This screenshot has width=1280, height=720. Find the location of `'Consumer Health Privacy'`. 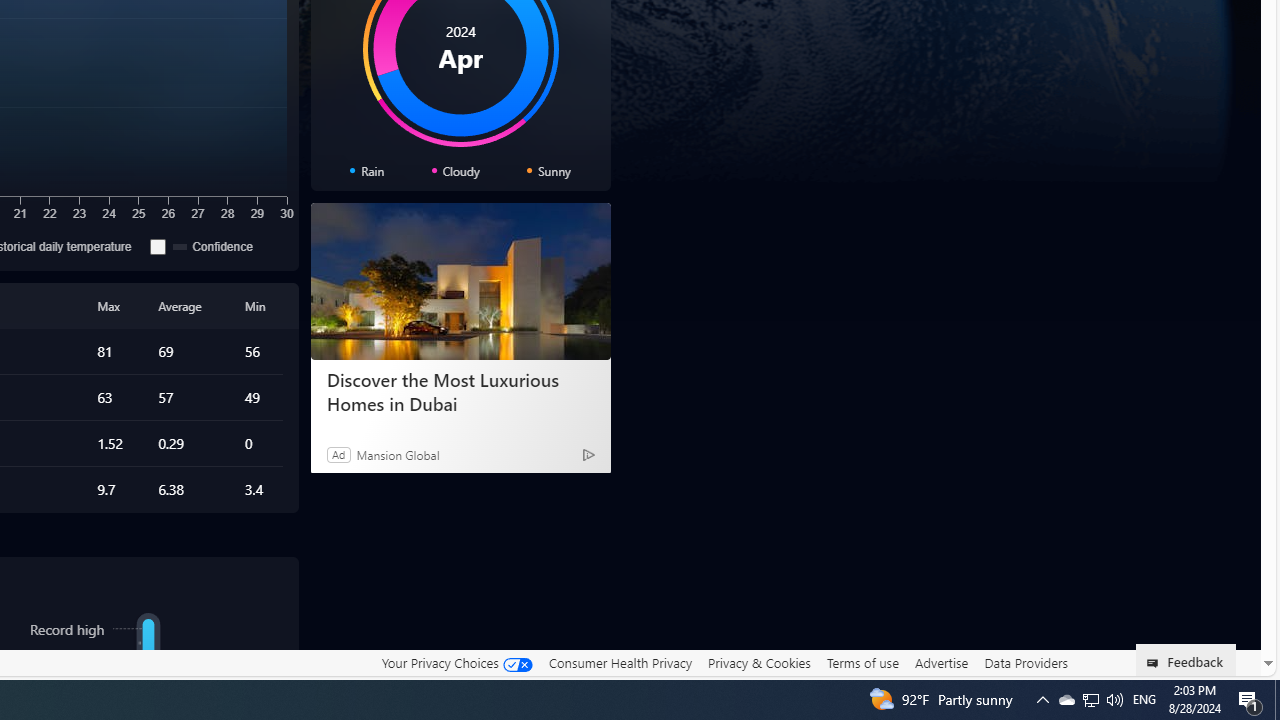

'Consumer Health Privacy' is located at coordinates (619, 663).